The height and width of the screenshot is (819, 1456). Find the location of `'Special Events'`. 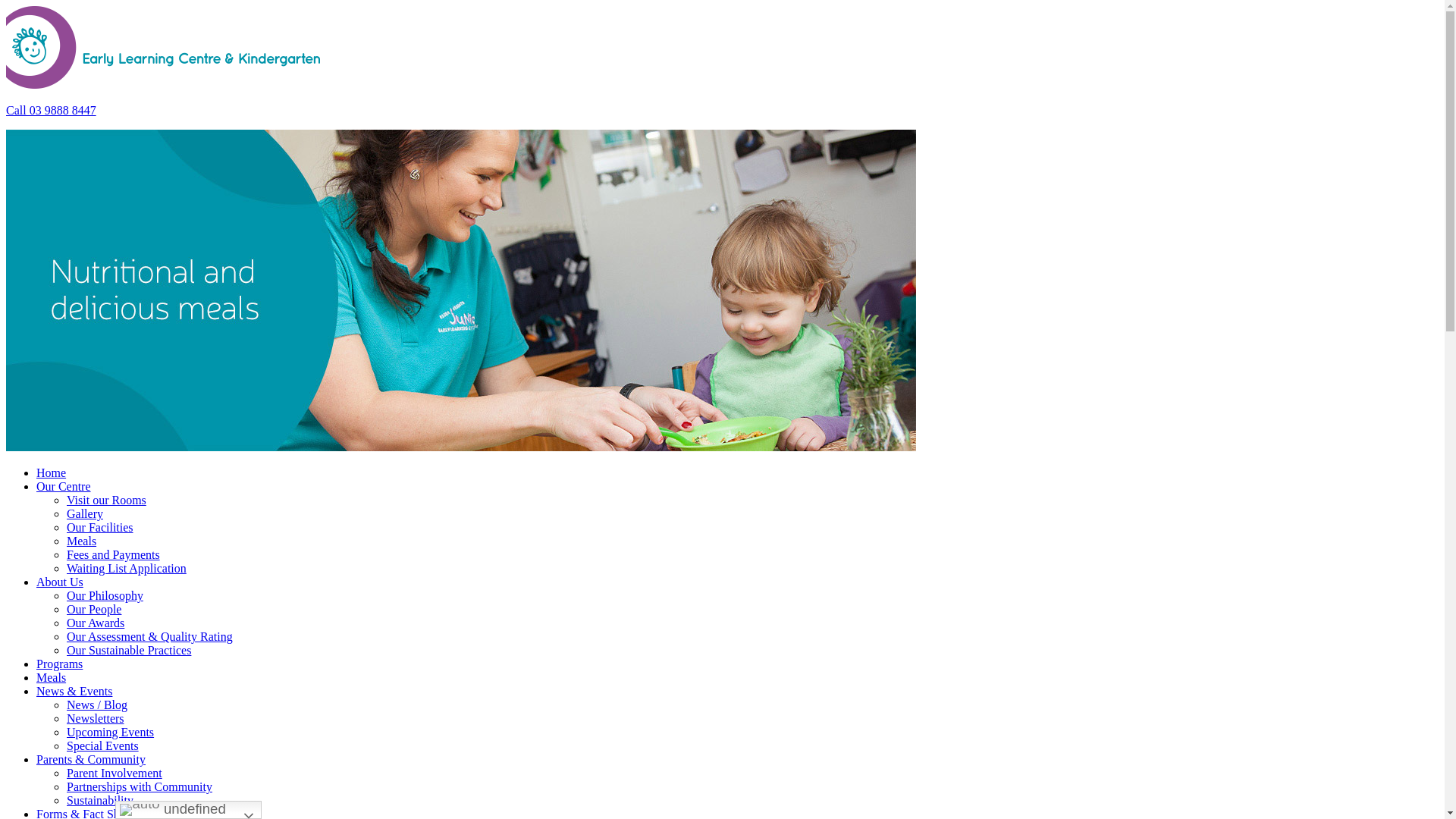

'Special Events' is located at coordinates (65, 745).